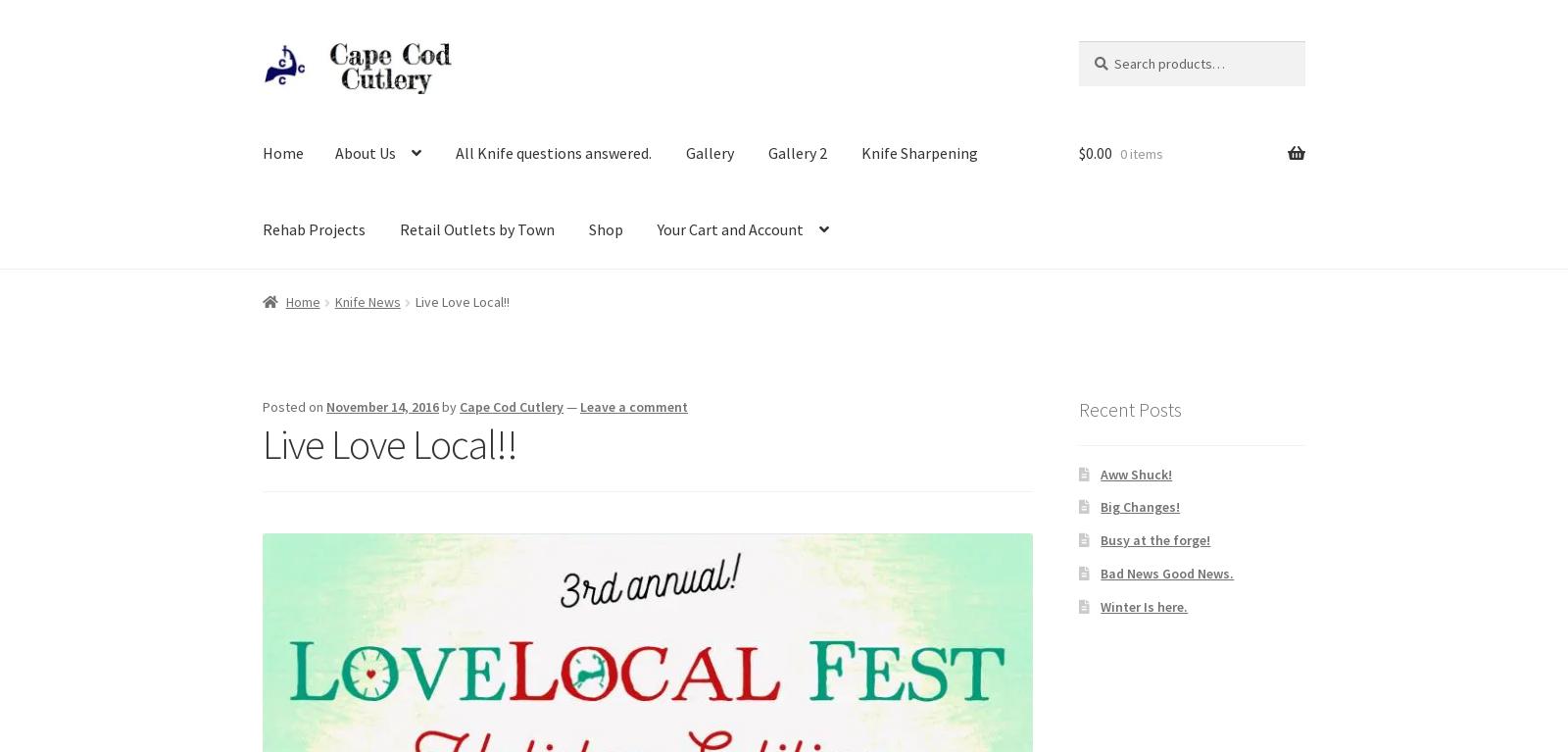 The height and width of the screenshot is (752, 1568). I want to click on '$', so click(1081, 152).